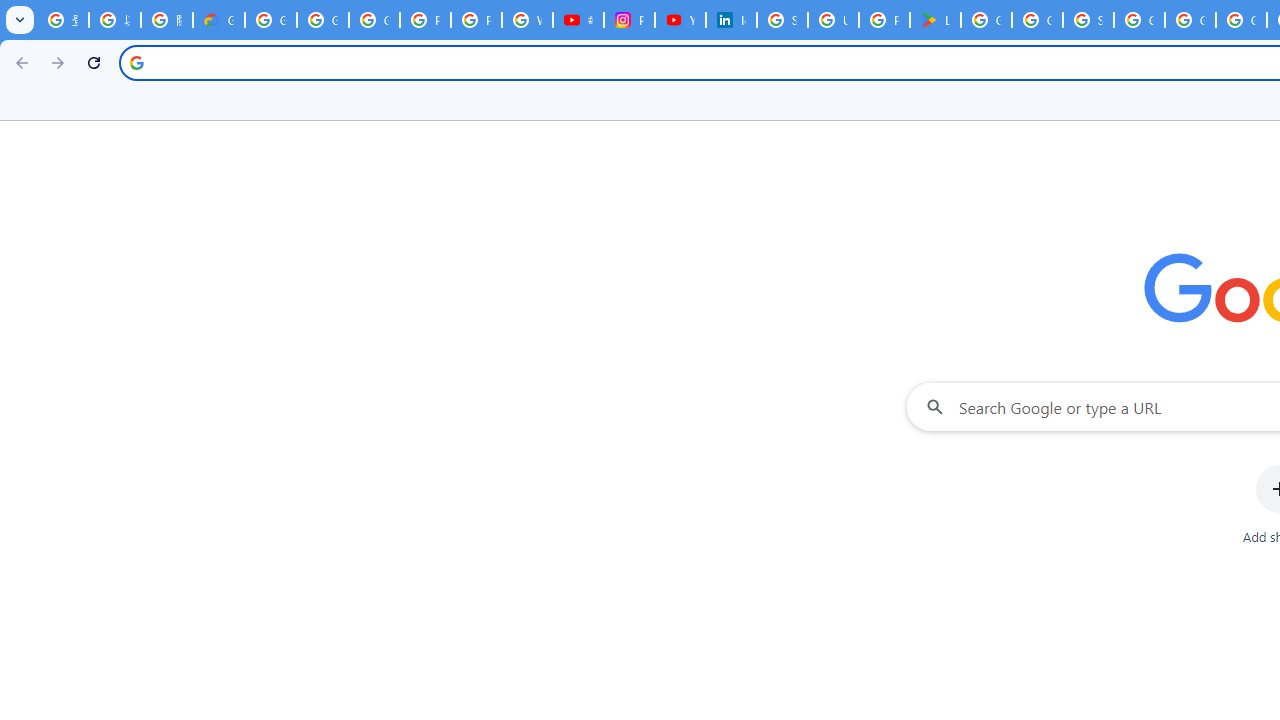 This screenshot has width=1280, height=720. I want to click on 'Sign in - Google Accounts', so click(781, 20).